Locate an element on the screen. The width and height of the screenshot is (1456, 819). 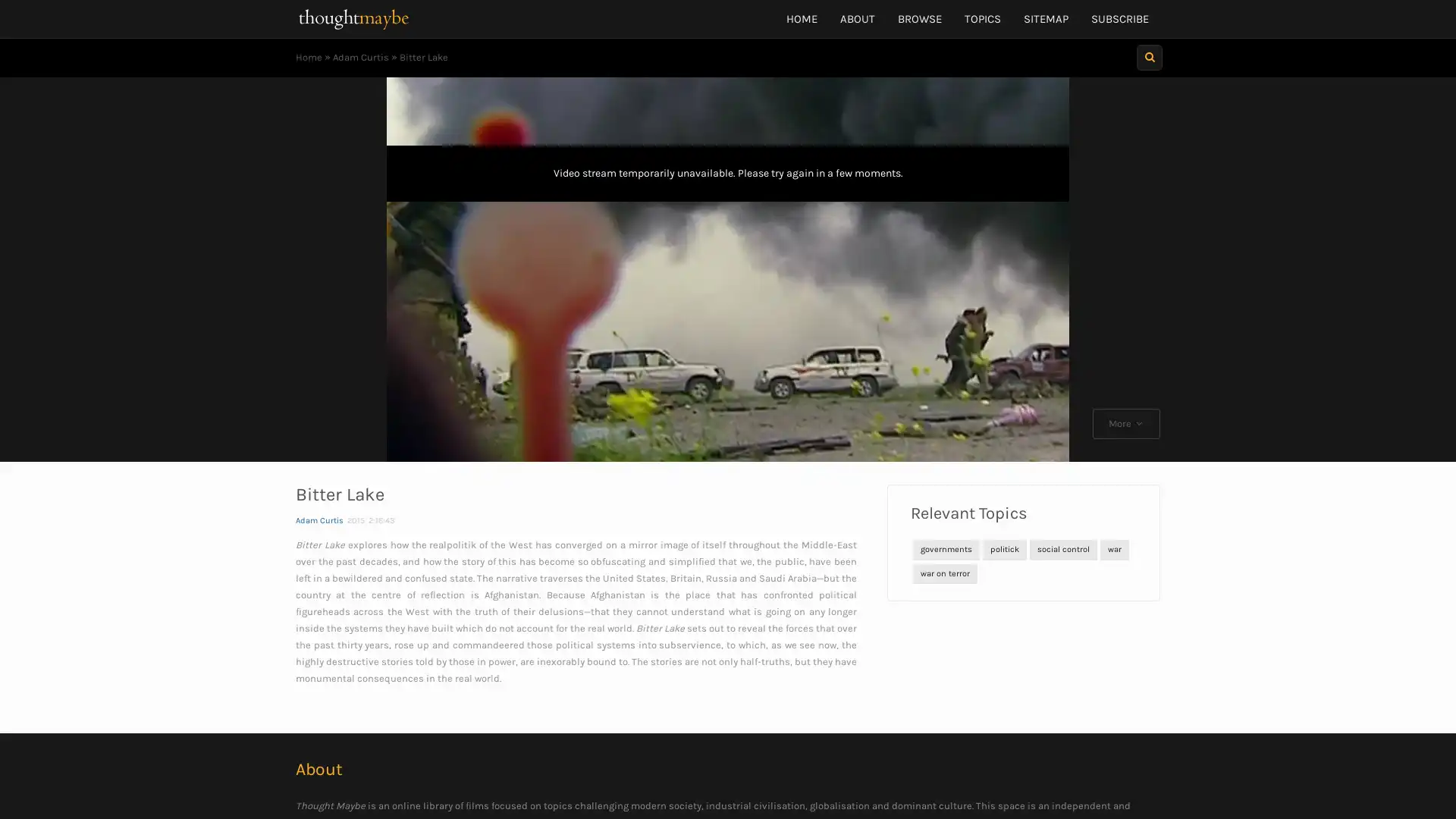
Play is located at coordinates (406, 446).